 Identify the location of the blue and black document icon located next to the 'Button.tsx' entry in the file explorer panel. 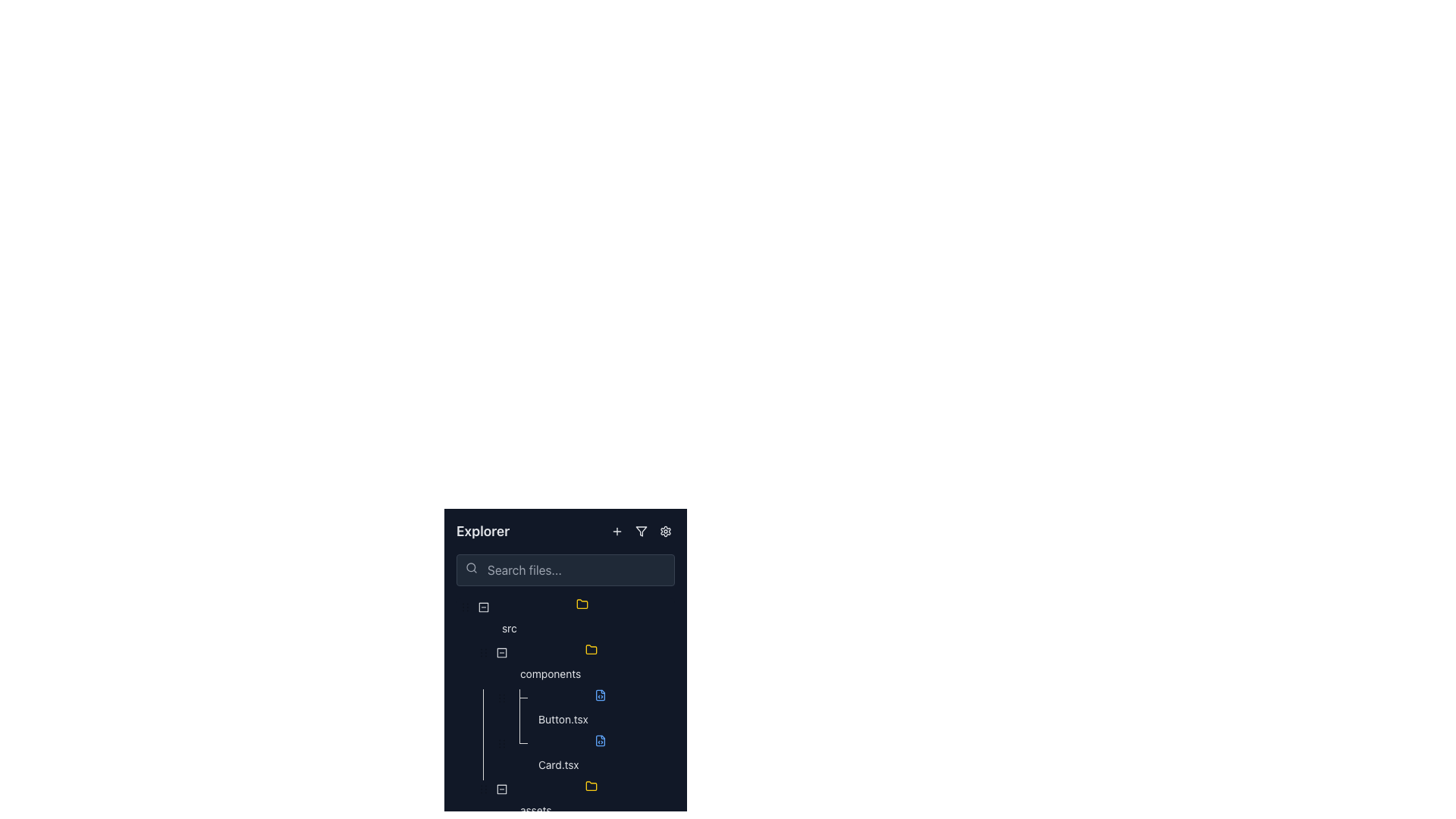
(600, 695).